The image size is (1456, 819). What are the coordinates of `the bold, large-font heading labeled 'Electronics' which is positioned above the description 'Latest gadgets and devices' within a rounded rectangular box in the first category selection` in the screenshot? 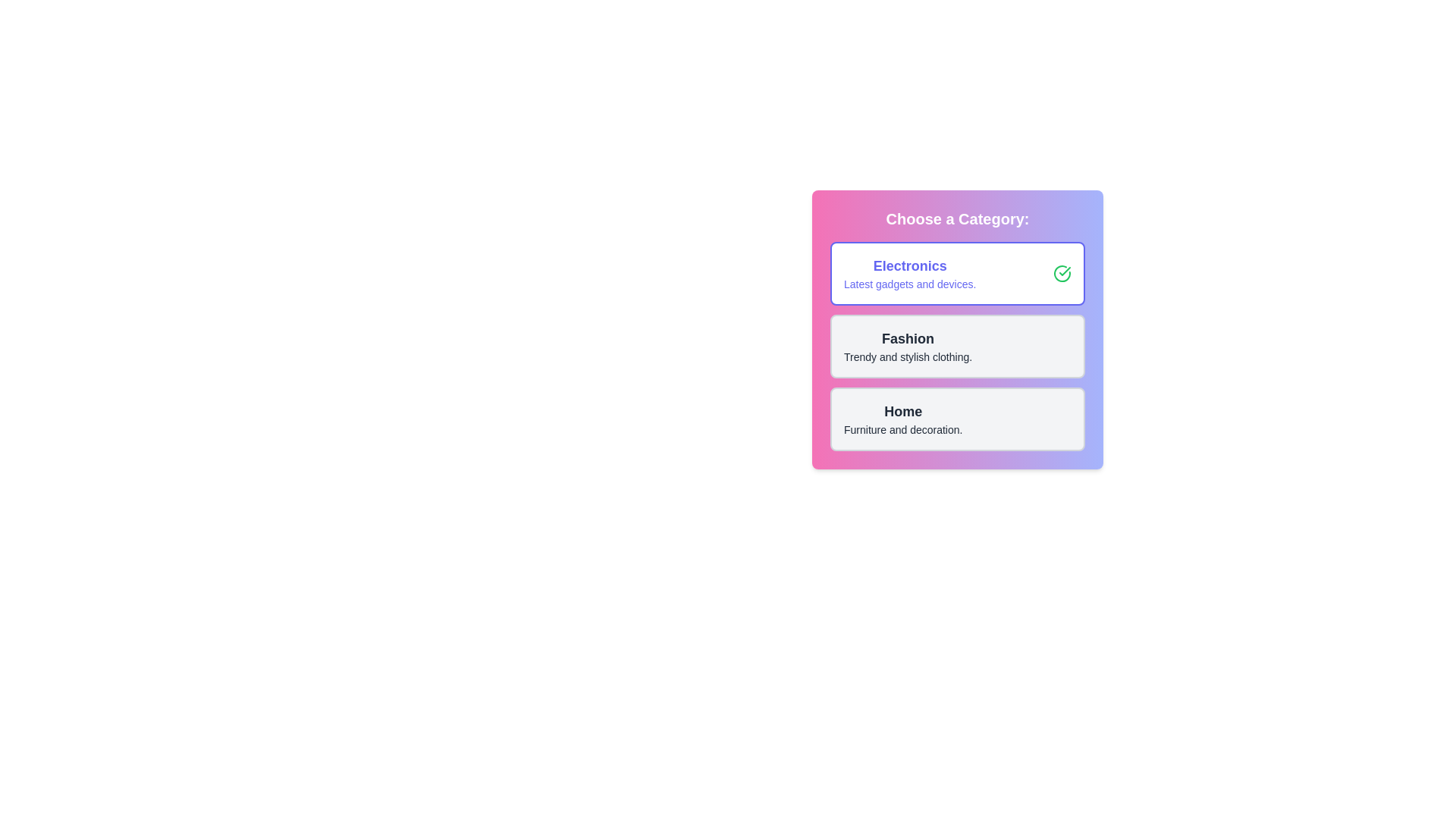 It's located at (910, 265).